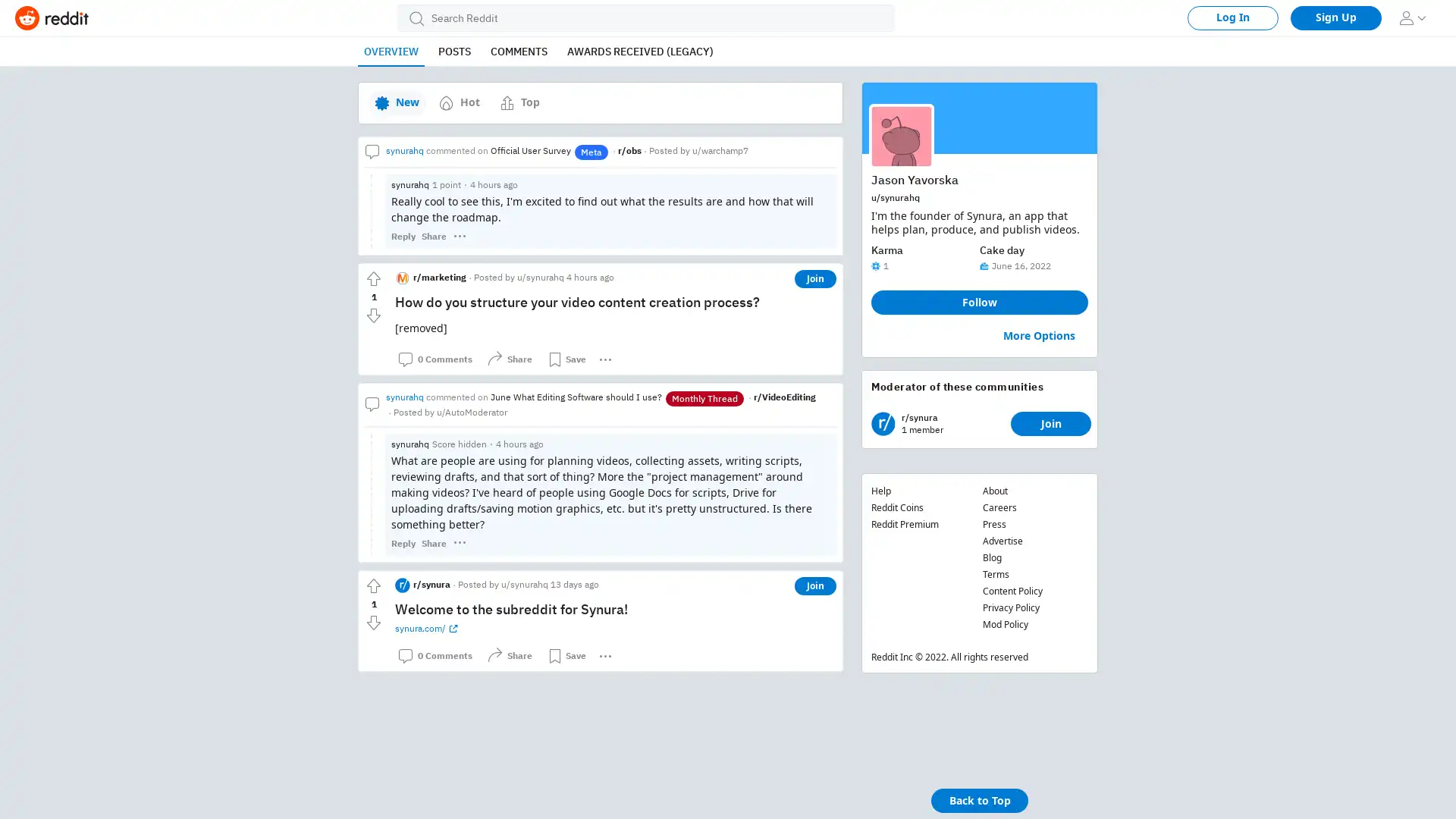 The image size is (1456, 819). What do you see at coordinates (566, 654) in the screenshot?
I see `Save` at bounding box center [566, 654].